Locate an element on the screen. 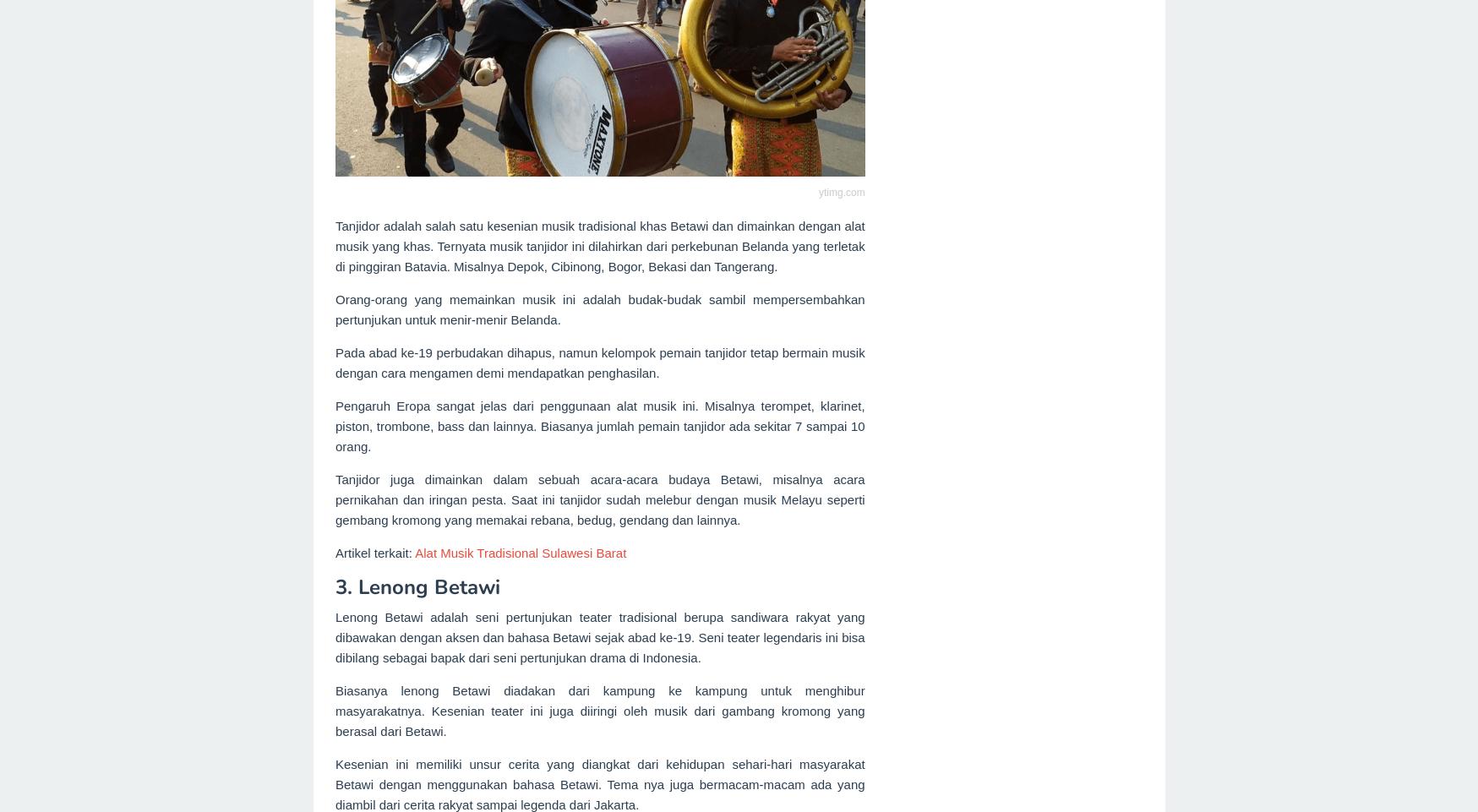  'Tanjidor juga dimainkan dalam sebuah acara-acara budaya Betawi, misalnya acara pernikahan dan iringan pesta. Saat ini tanjidor sudah melebur dengan musik Melayu seperti gembang kromong yang memakai rebana, bedug, gendang dan lainnya.' is located at coordinates (335, 499).